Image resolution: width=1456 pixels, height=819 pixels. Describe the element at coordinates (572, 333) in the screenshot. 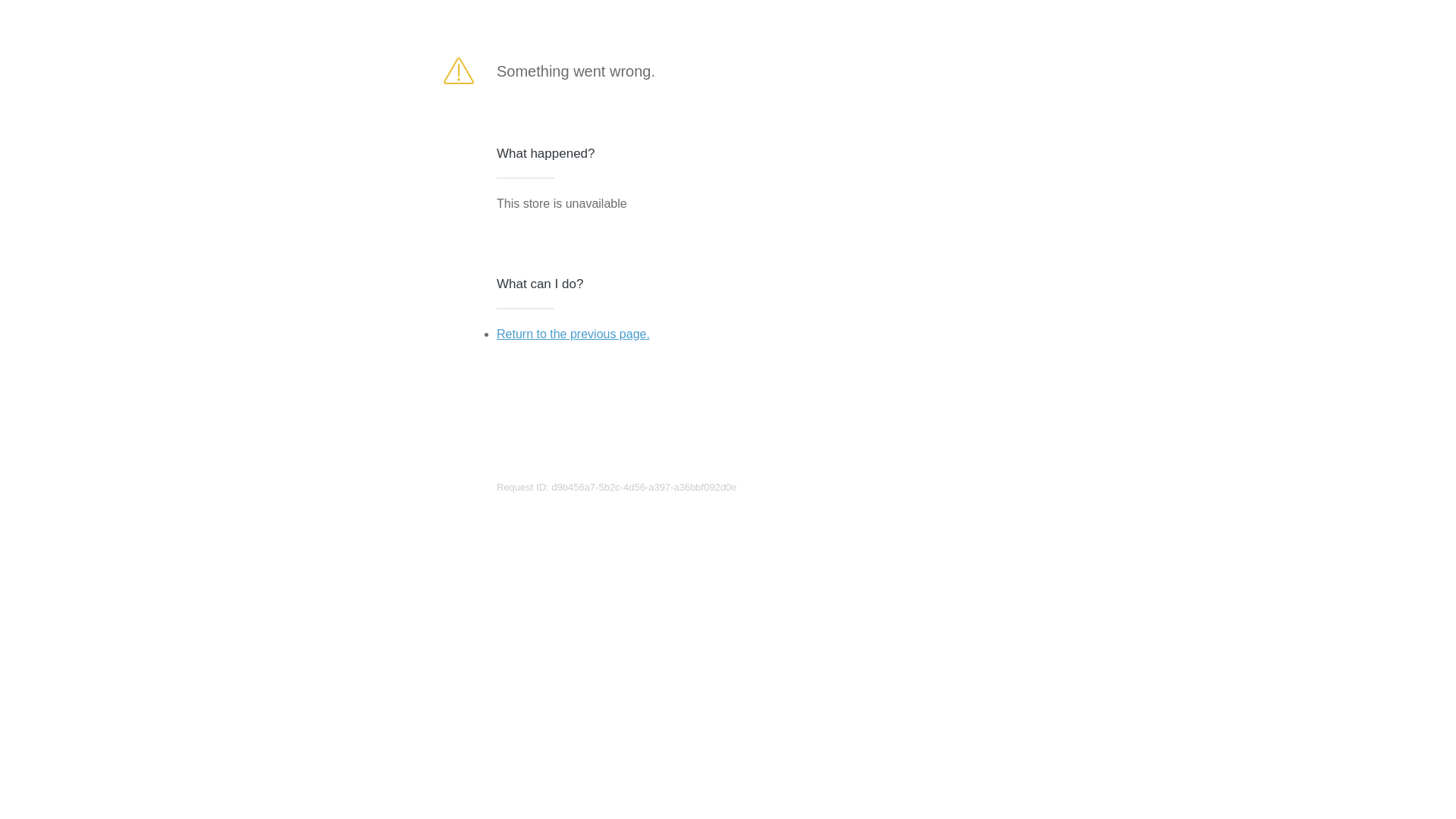

I see `'Return to the previous page.'` at that location.